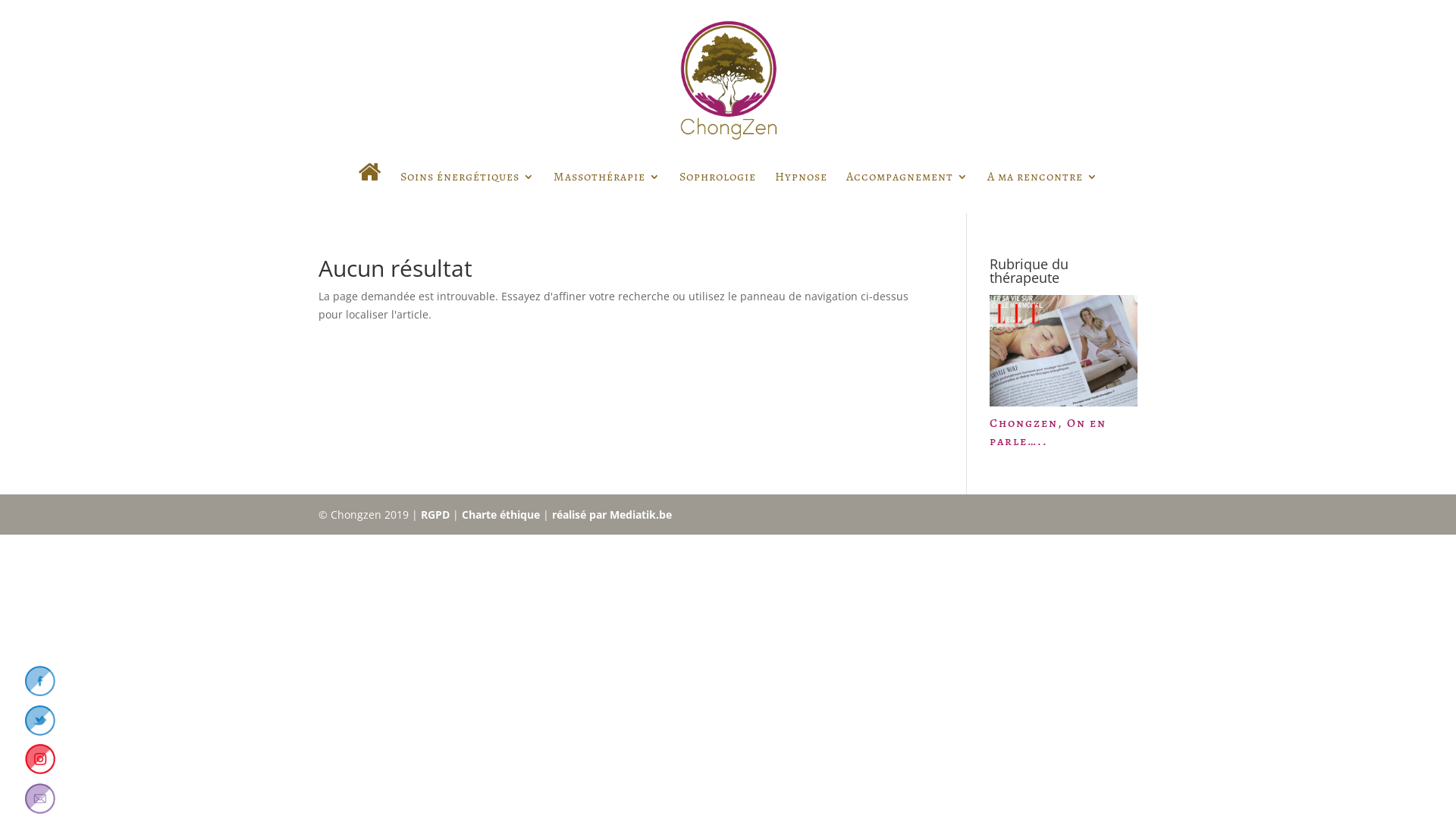  Describe the element at coordinates (907, 190) in the screenshot. I see `'Accompagnement'` at that location.